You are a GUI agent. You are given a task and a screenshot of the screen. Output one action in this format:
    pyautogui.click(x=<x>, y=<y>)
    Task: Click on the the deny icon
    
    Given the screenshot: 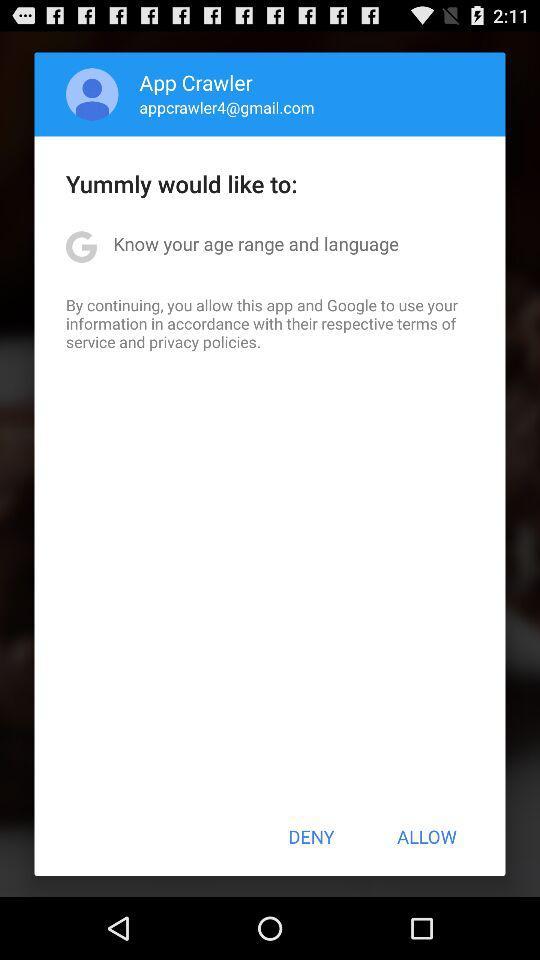 What is the action you would take?
    pyautogui.click(x=311, y=836)
    